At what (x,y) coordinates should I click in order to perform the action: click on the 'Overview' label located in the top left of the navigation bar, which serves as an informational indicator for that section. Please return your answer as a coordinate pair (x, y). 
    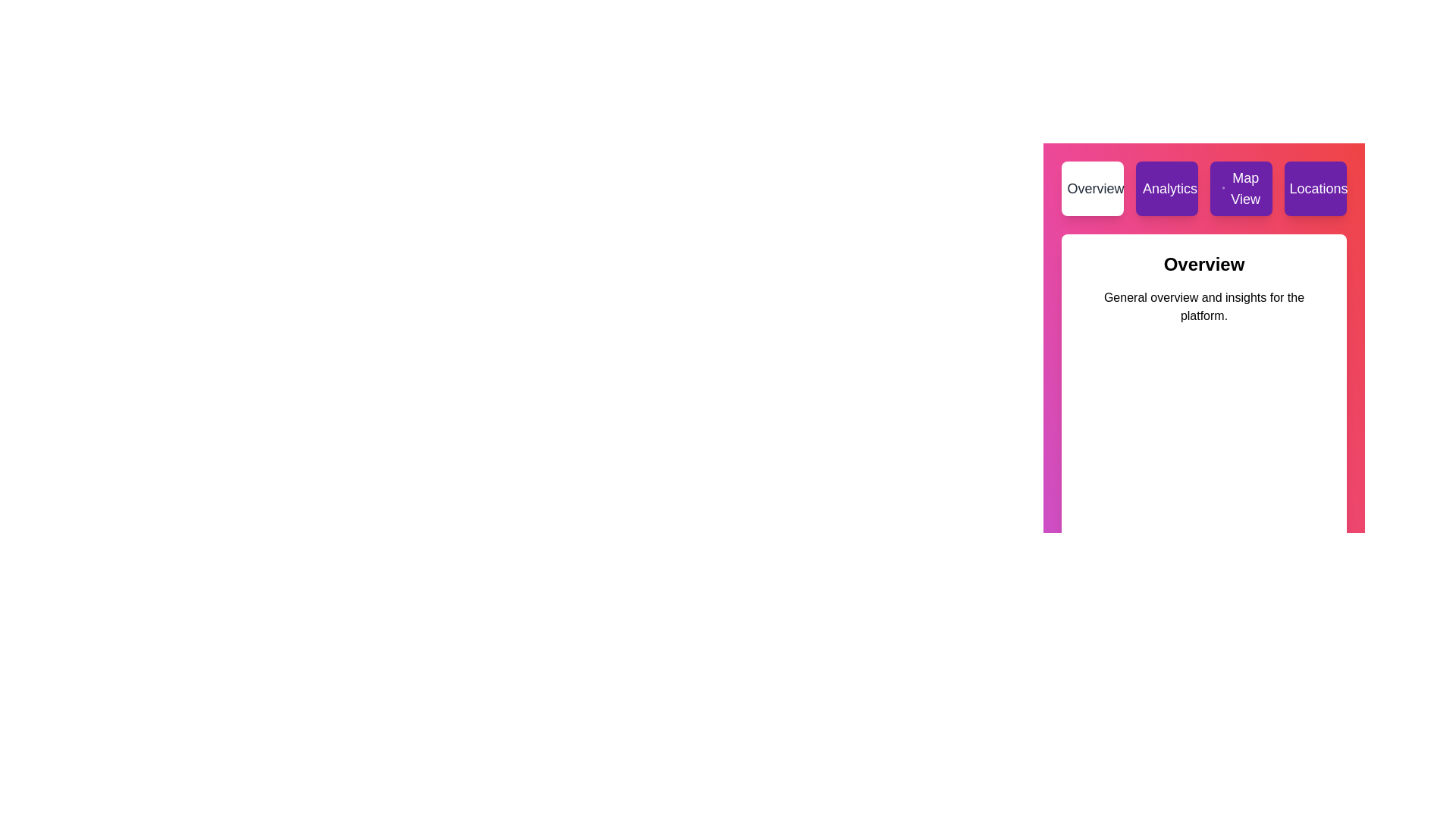
    Looking at the image, I should click on (1095, 188).